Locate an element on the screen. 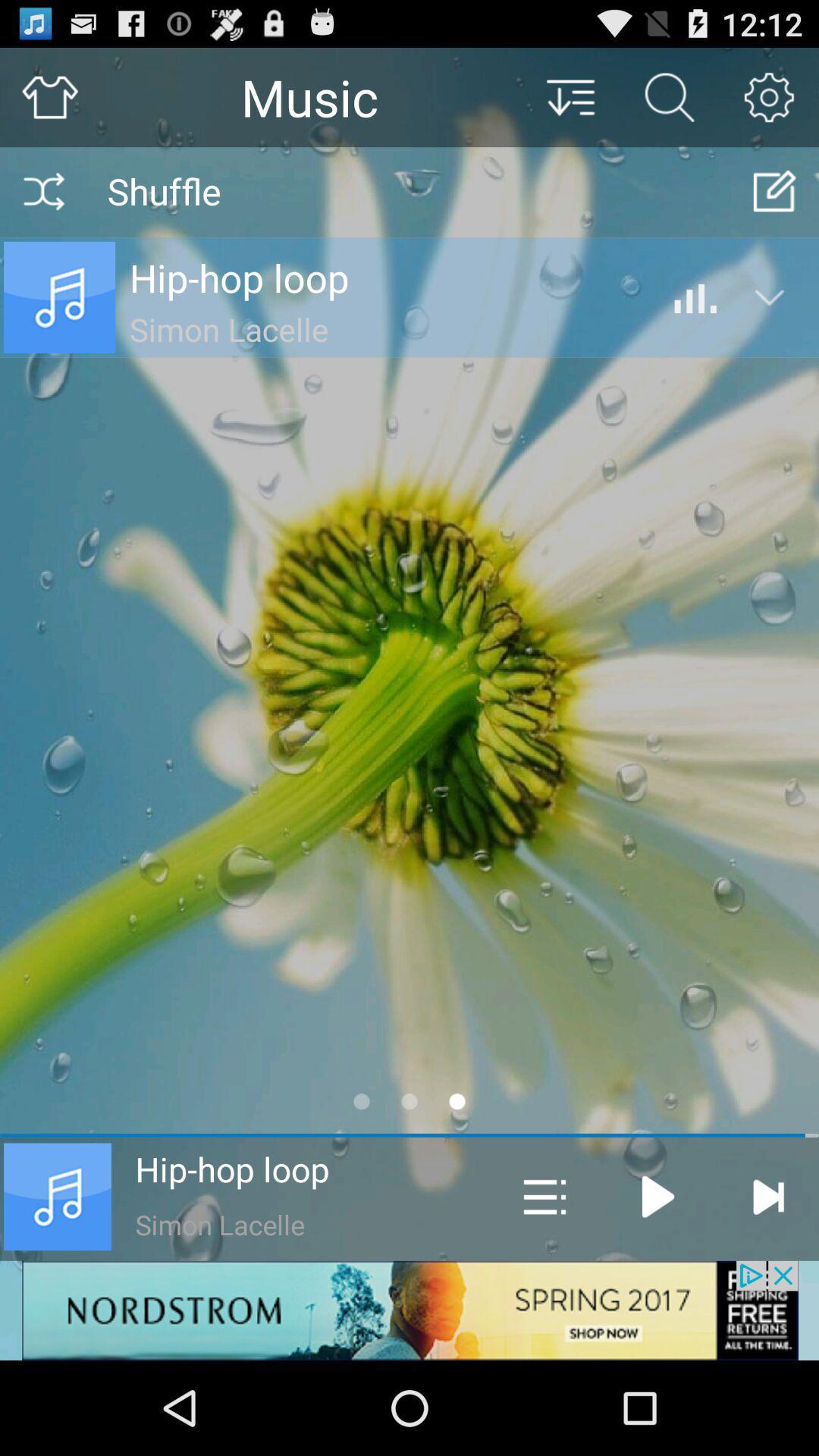 The height and width of the screenshot is (1456, 819). the item next to the hip-hop loop item is located at coordinates (544, 1196).